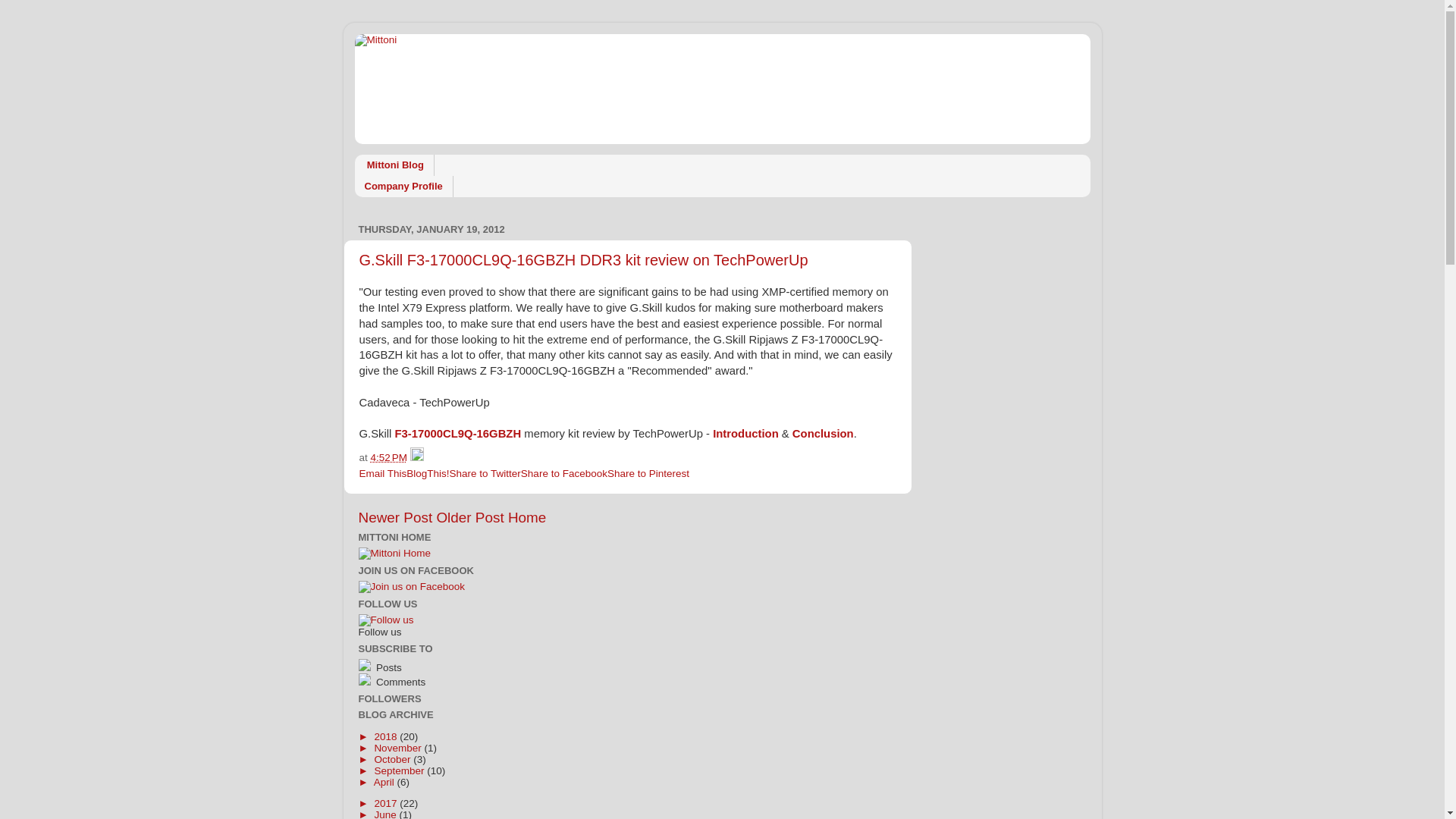 Image resolution: width=1456 pixels, height=819 pixels. I want to click on 'Share to Twitter', so click(484, 472).